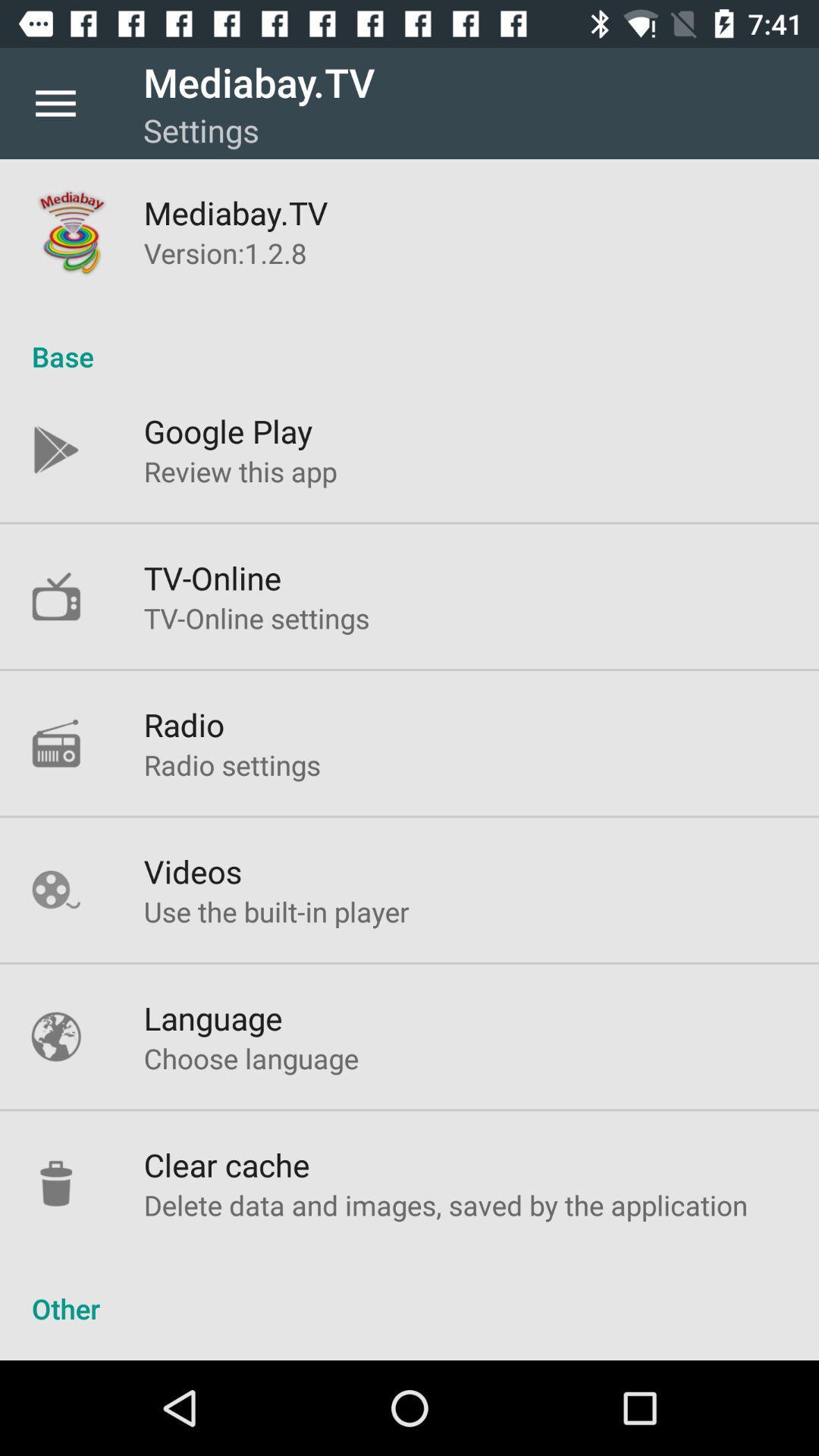 The width and height of the screenshot is (819, 1456). What do you see at coordinates (232, 764) in the screenshot?
I see `the icon above videos icon` at bounding box center [232, 764].